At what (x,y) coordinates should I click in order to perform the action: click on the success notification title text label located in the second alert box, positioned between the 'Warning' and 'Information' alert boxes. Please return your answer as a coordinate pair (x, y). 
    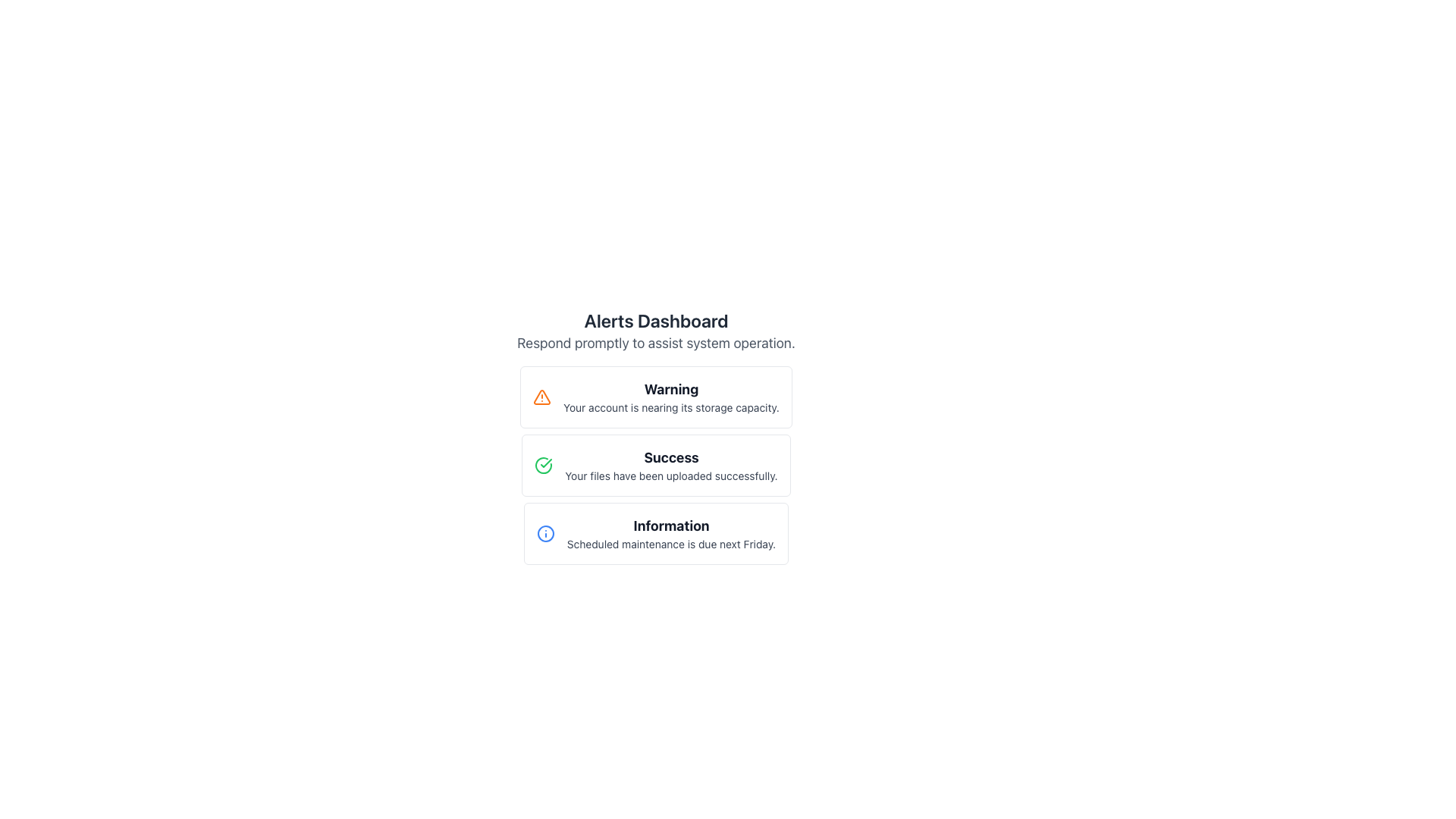
    Looking at the image, I should click on (670, 457).